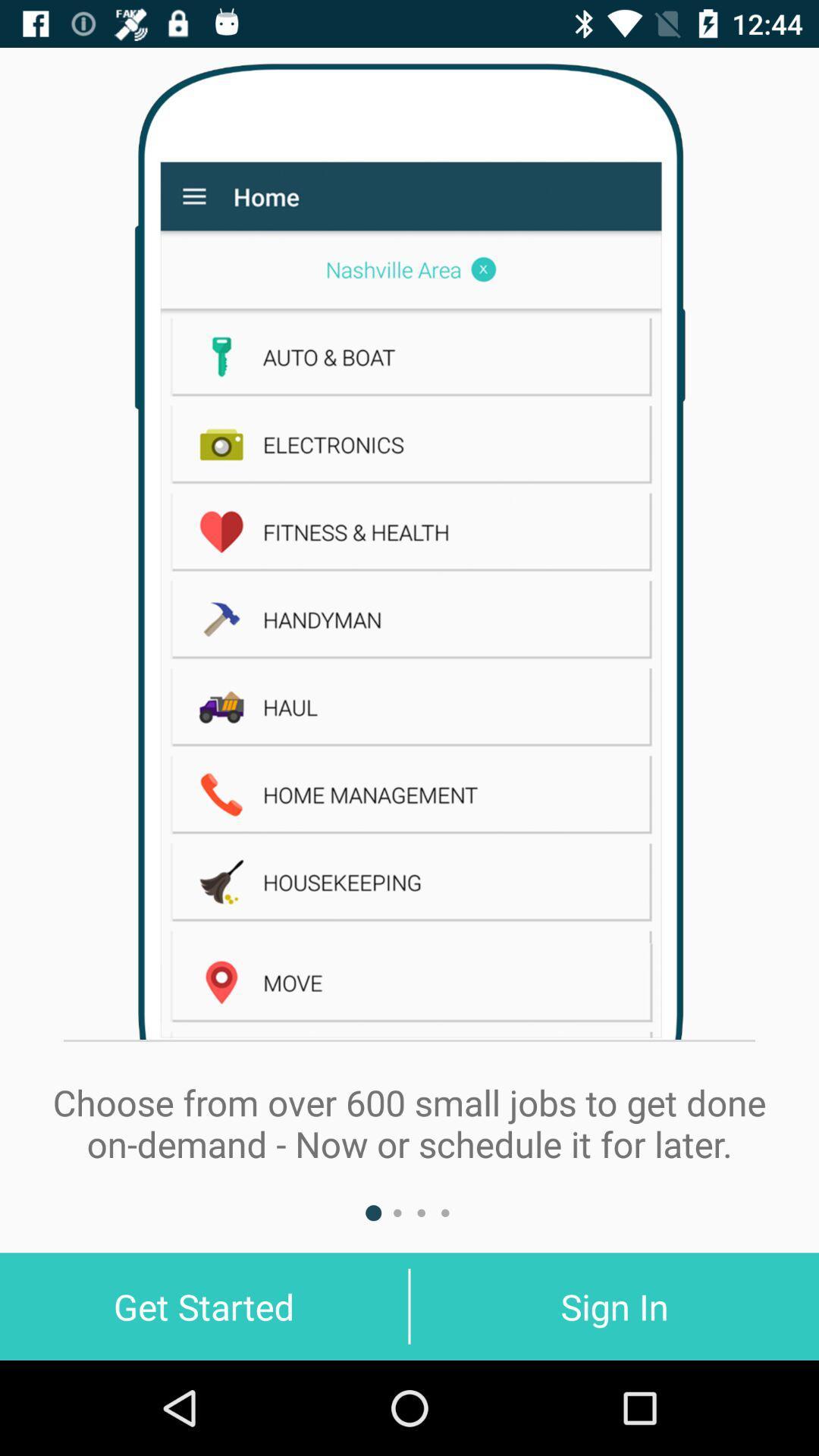 The height and width of the screenshot is (1456, 819). Describe the element at coordinates (614, 1306) in the screenshot. I see `the sign in item` at that location.